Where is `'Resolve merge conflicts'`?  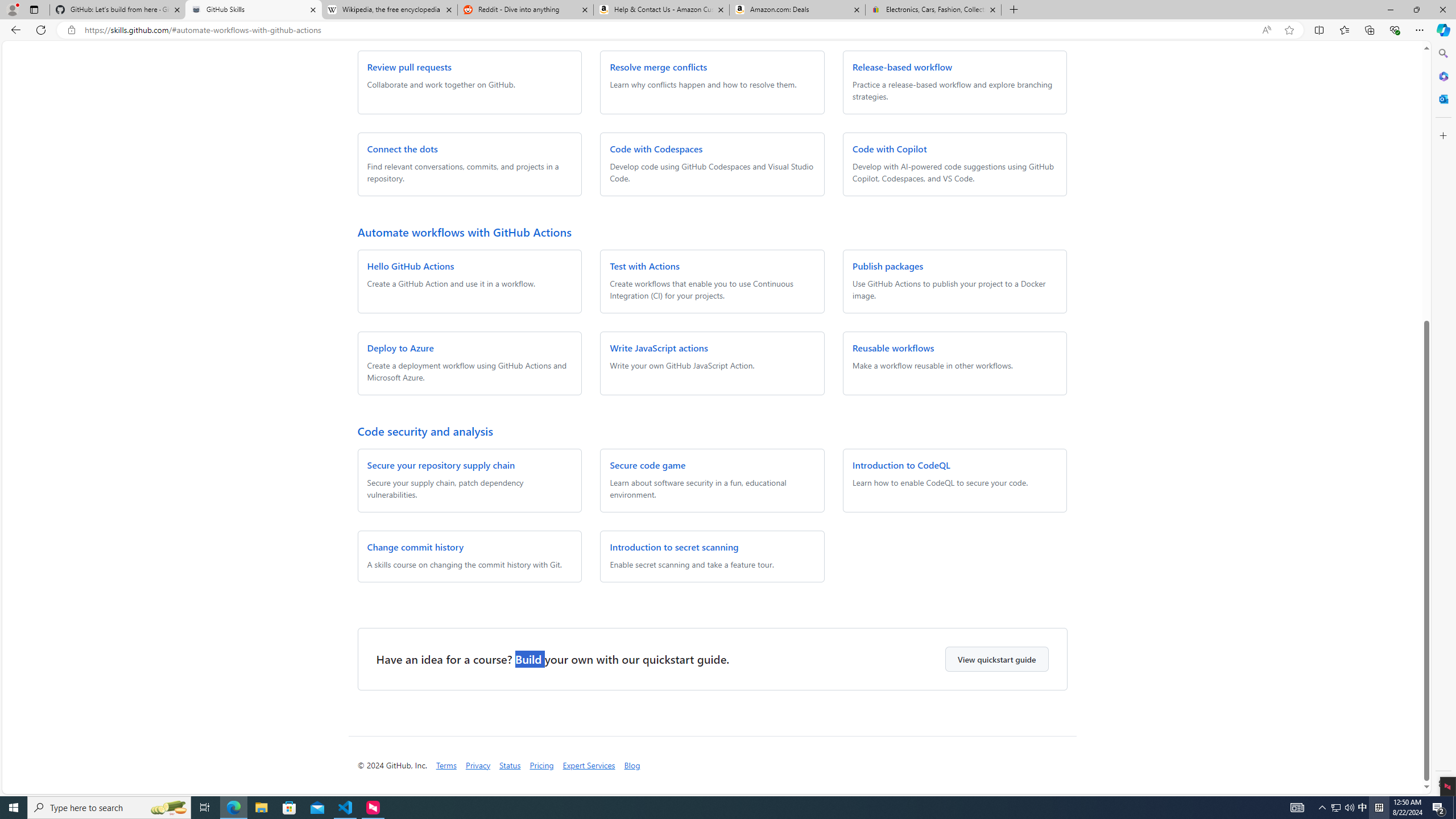 'Resolve merge conflicts' is located at coordinates (658, 66).